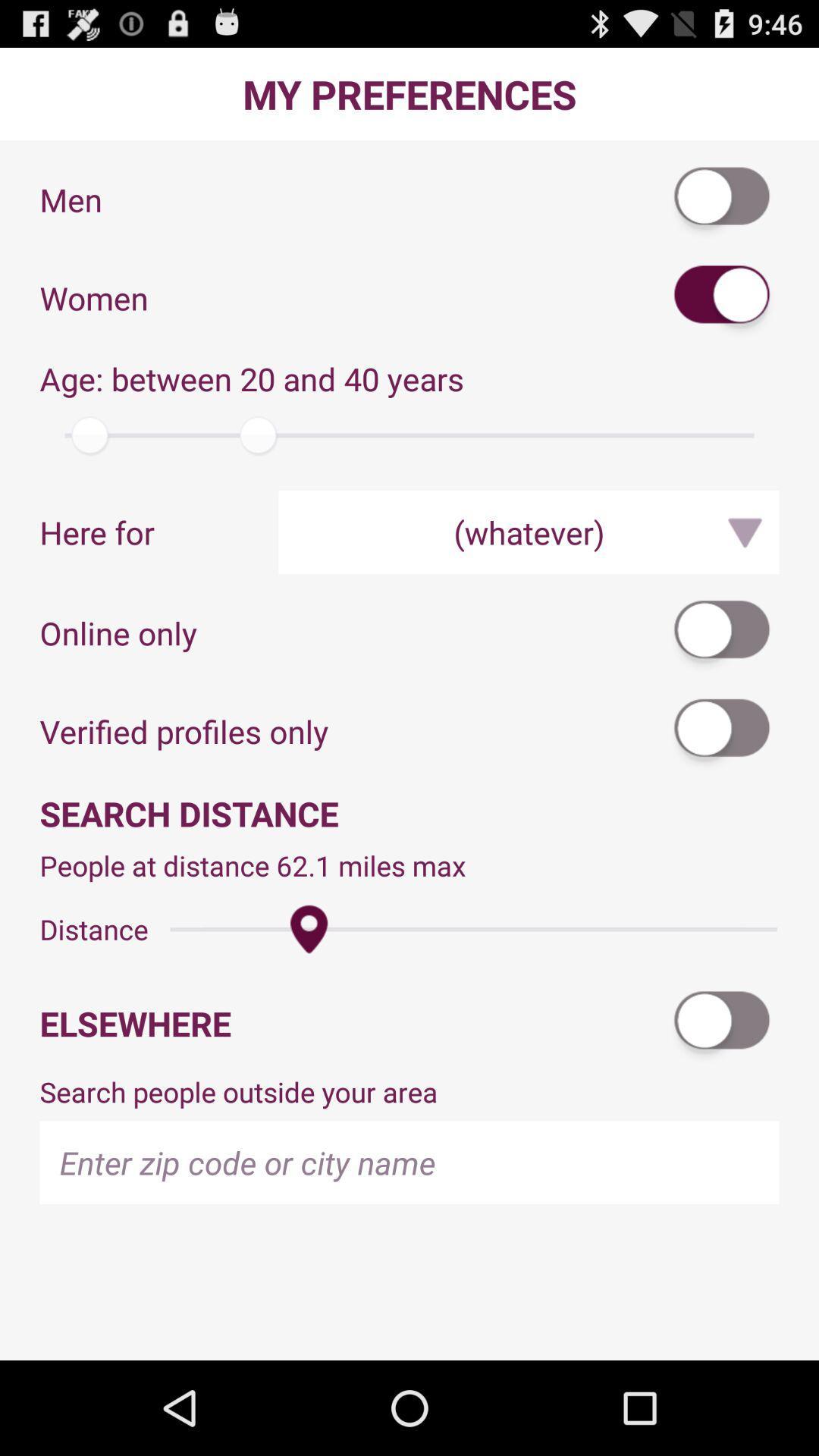  What do you see at coordinates (722, 632) in the screenshot?
I see `online only mode` at bounding box center [722, 632].